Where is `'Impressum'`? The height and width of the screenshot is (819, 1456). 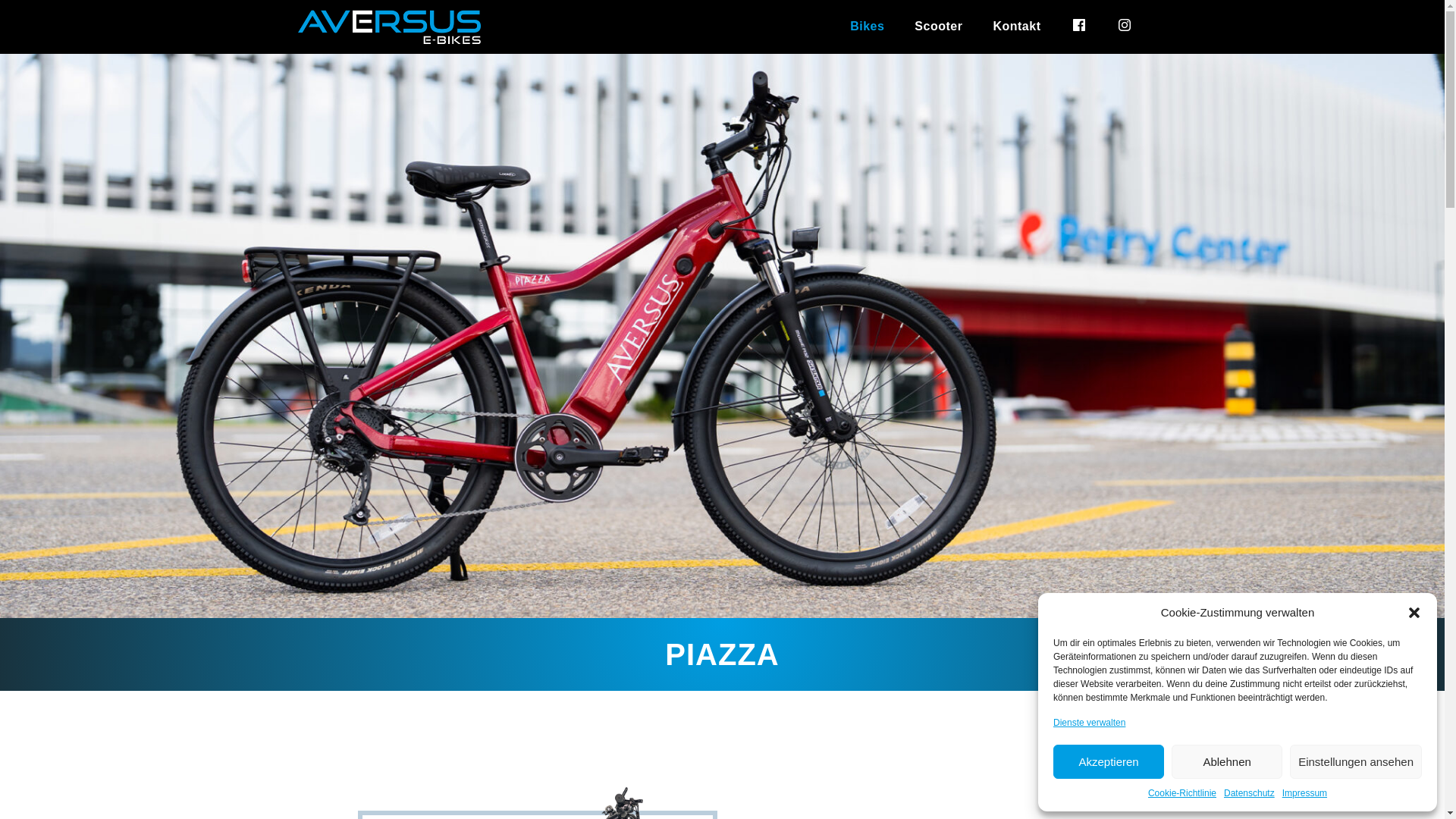
'Impressum' is located at coordinates (1304, 792).